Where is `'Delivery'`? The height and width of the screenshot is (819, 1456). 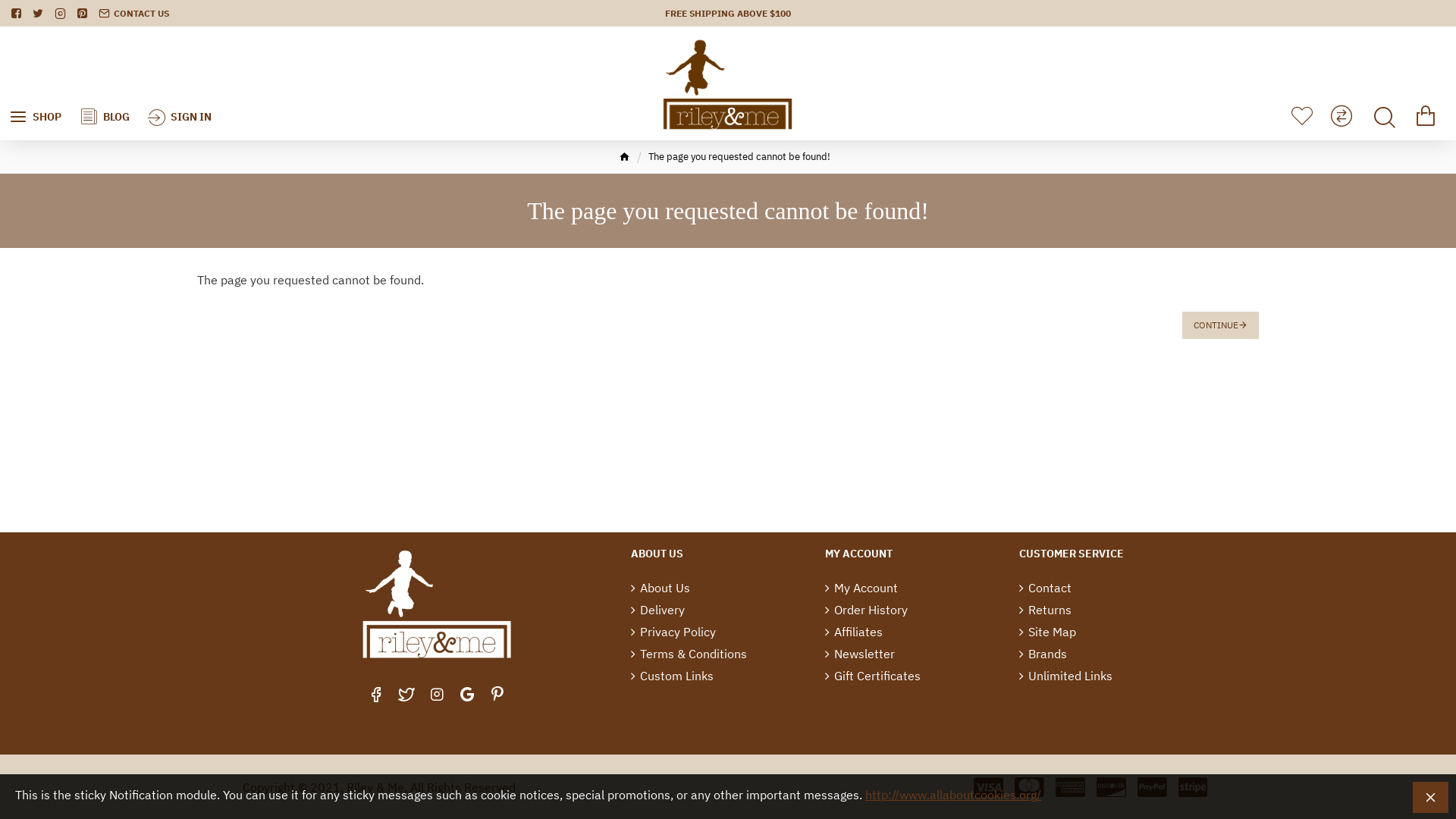 'Delivery' is located at coordinates (657, 610).